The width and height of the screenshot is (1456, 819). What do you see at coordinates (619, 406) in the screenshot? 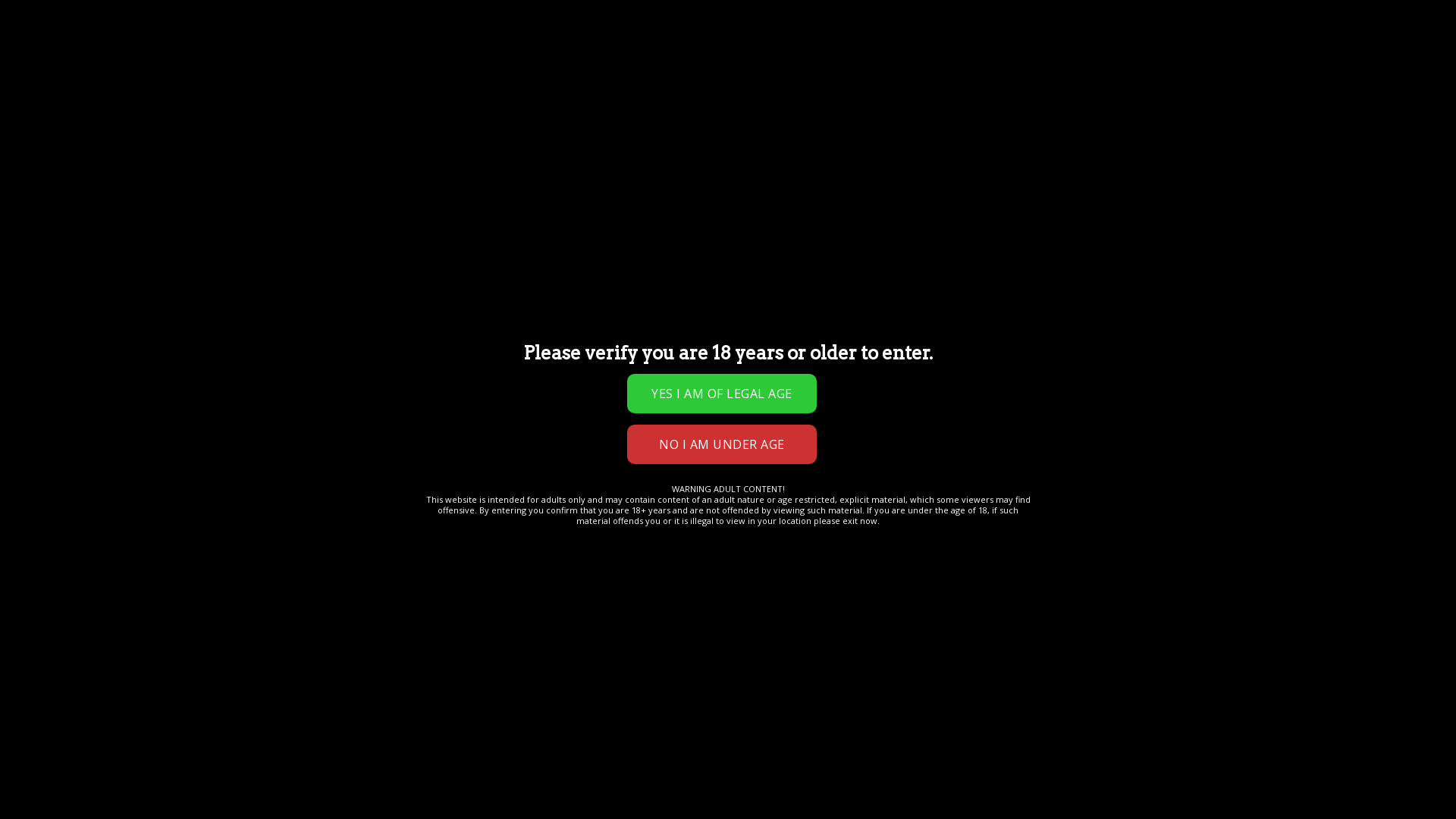
I see `'Pin on Pinterest'` at bounding box center [619, 406].